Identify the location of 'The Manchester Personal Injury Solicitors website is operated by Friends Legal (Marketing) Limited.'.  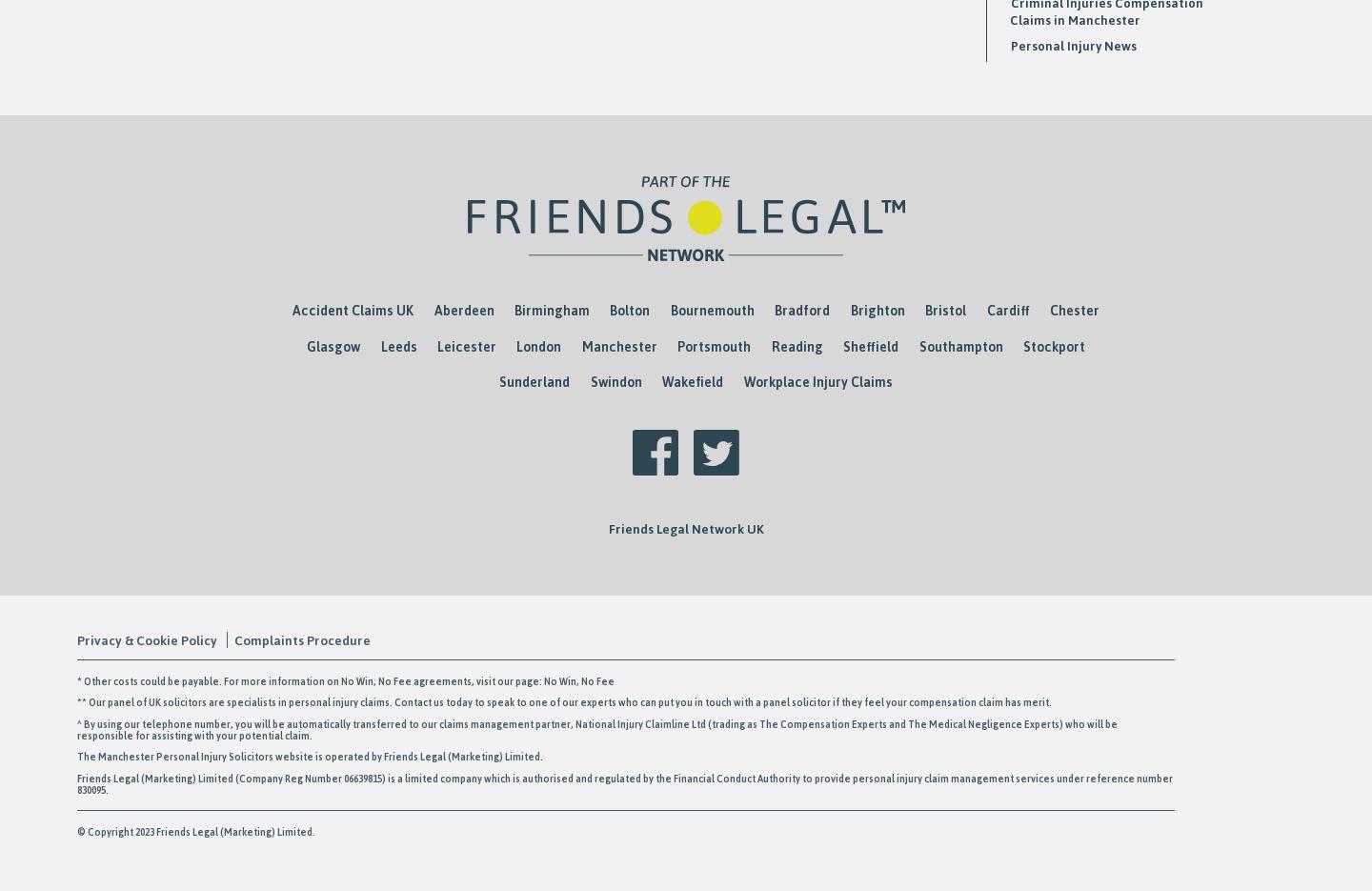
(369, 756).